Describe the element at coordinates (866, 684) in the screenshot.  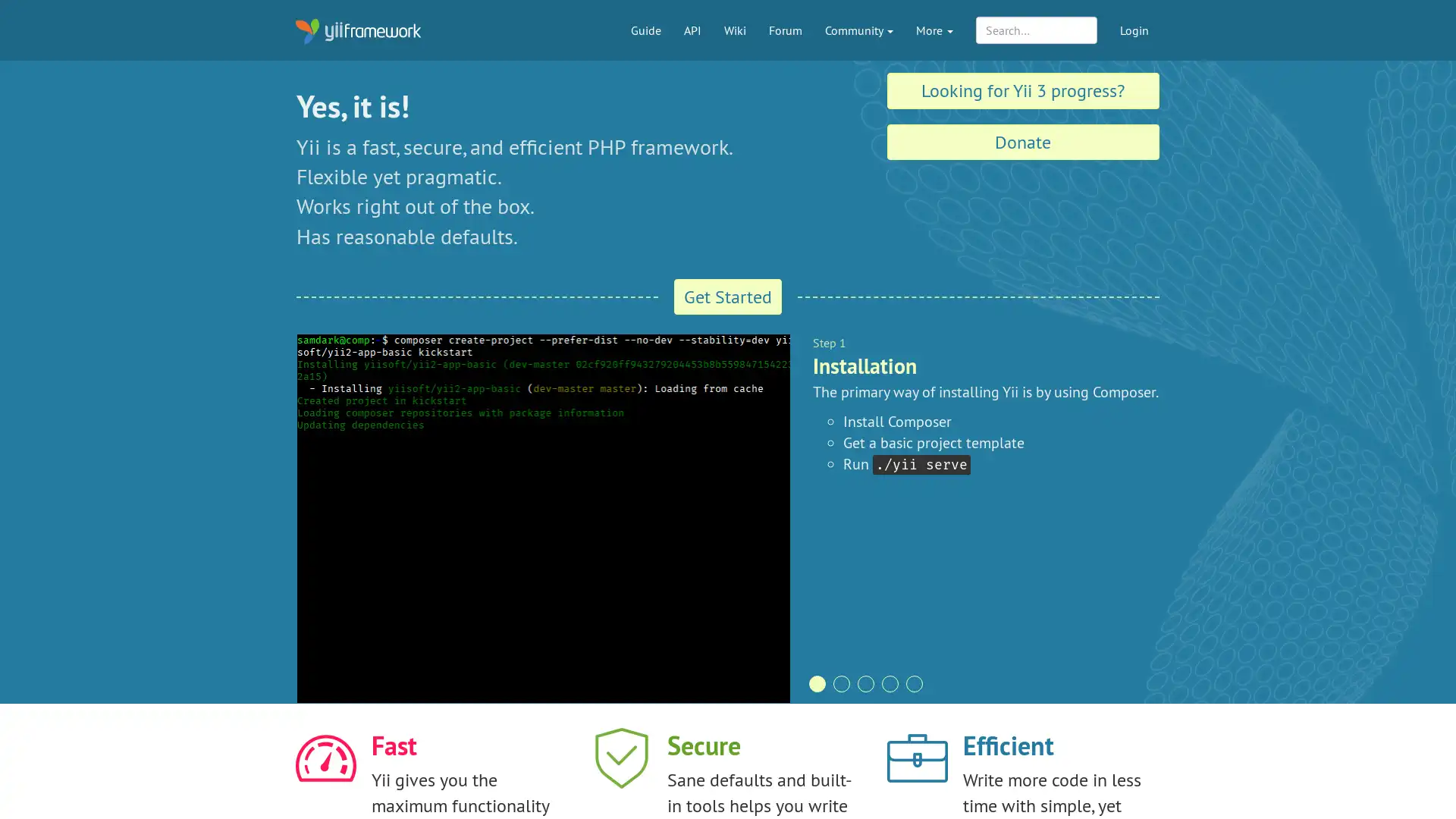
I see `pagination` at that location.